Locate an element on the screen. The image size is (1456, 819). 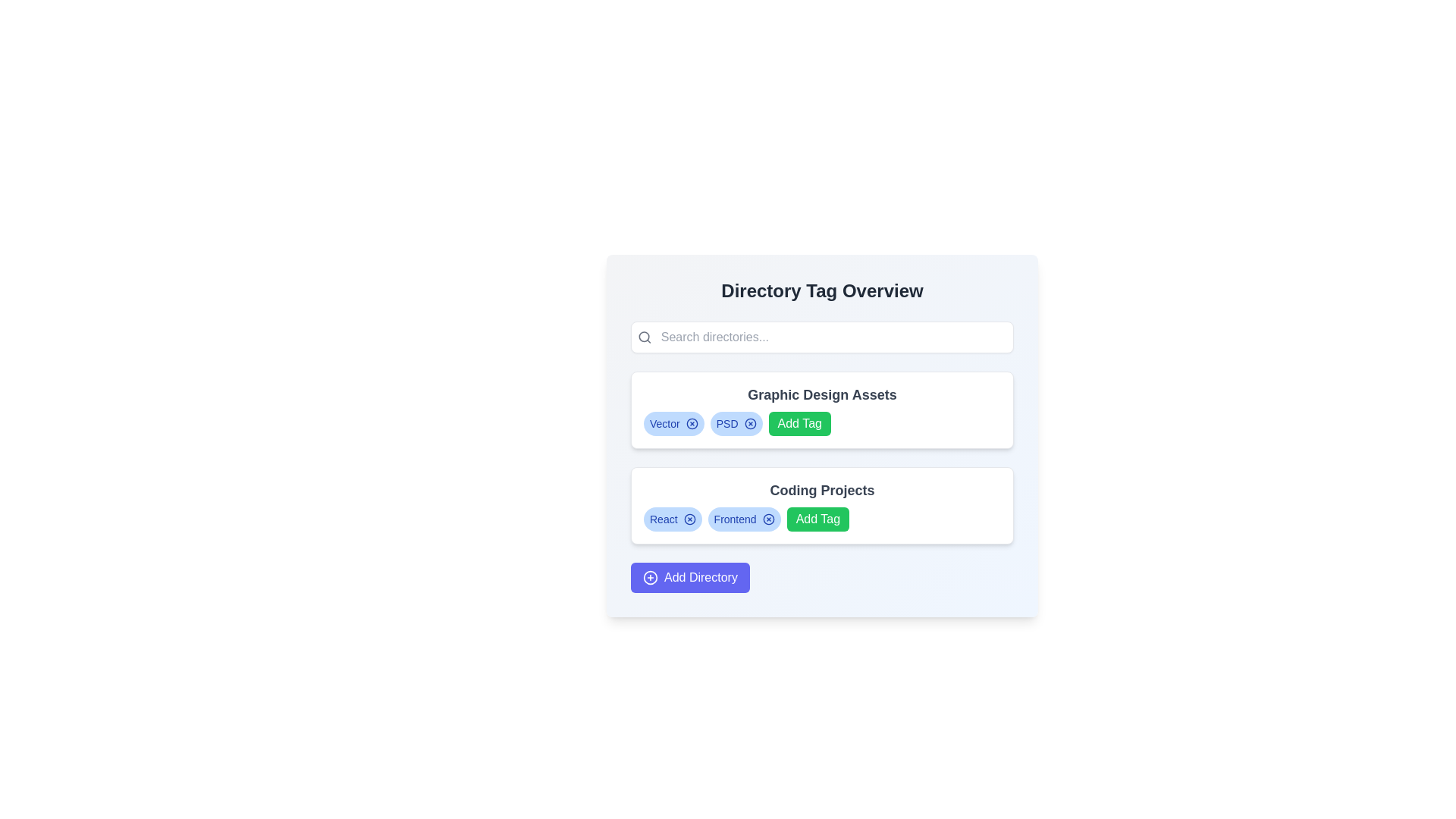
the Interactive icon (close button) located to the right of the 'Frontend' label in the 'Coding Projects' section to potentially display a tooltip or visual feedback is located at coordinates (768, 519).